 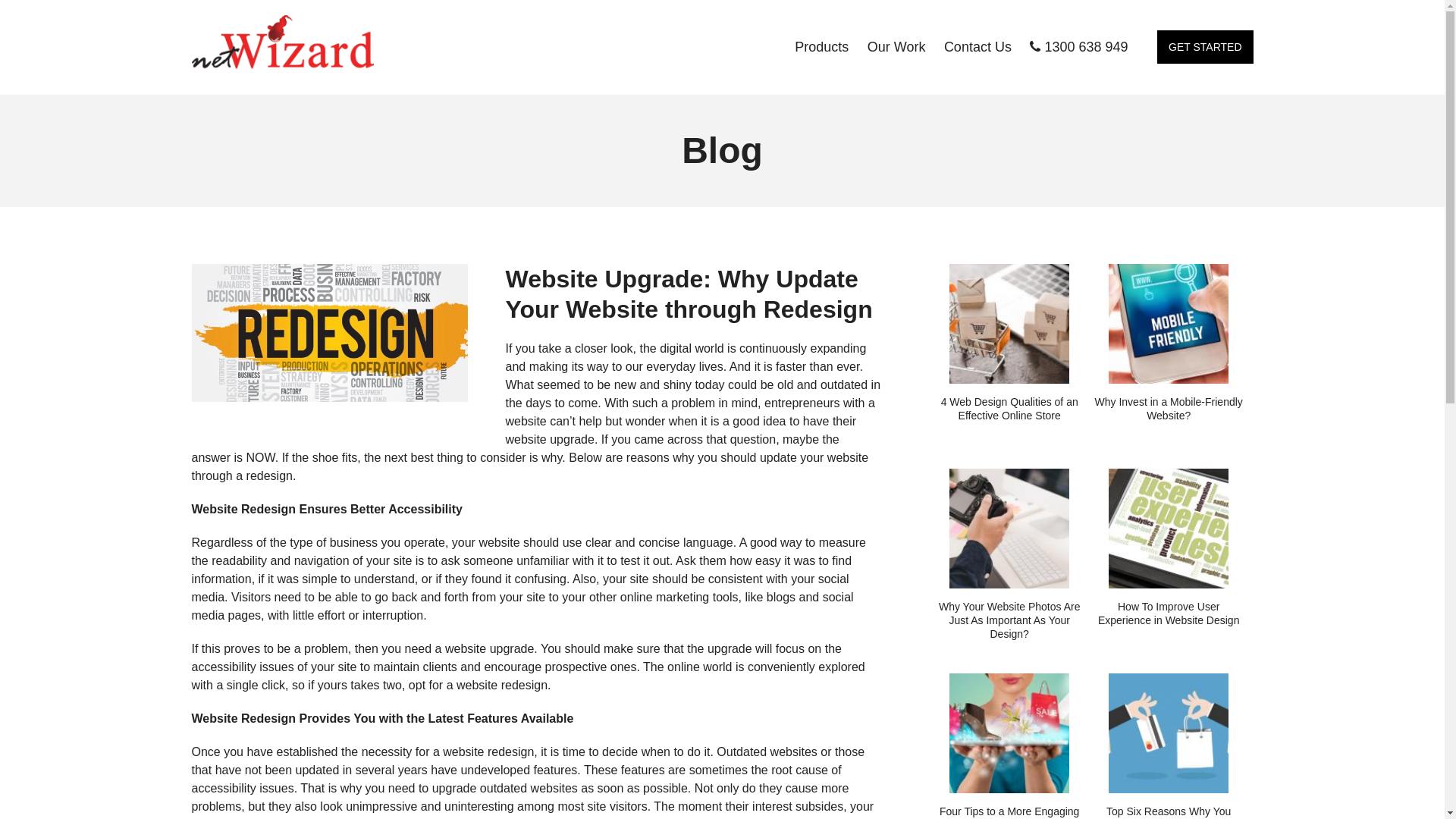 What do you see at coordinates (977, 45) in the screenshot?
I see `'Contact Us'` at bounding box center [977, 45].